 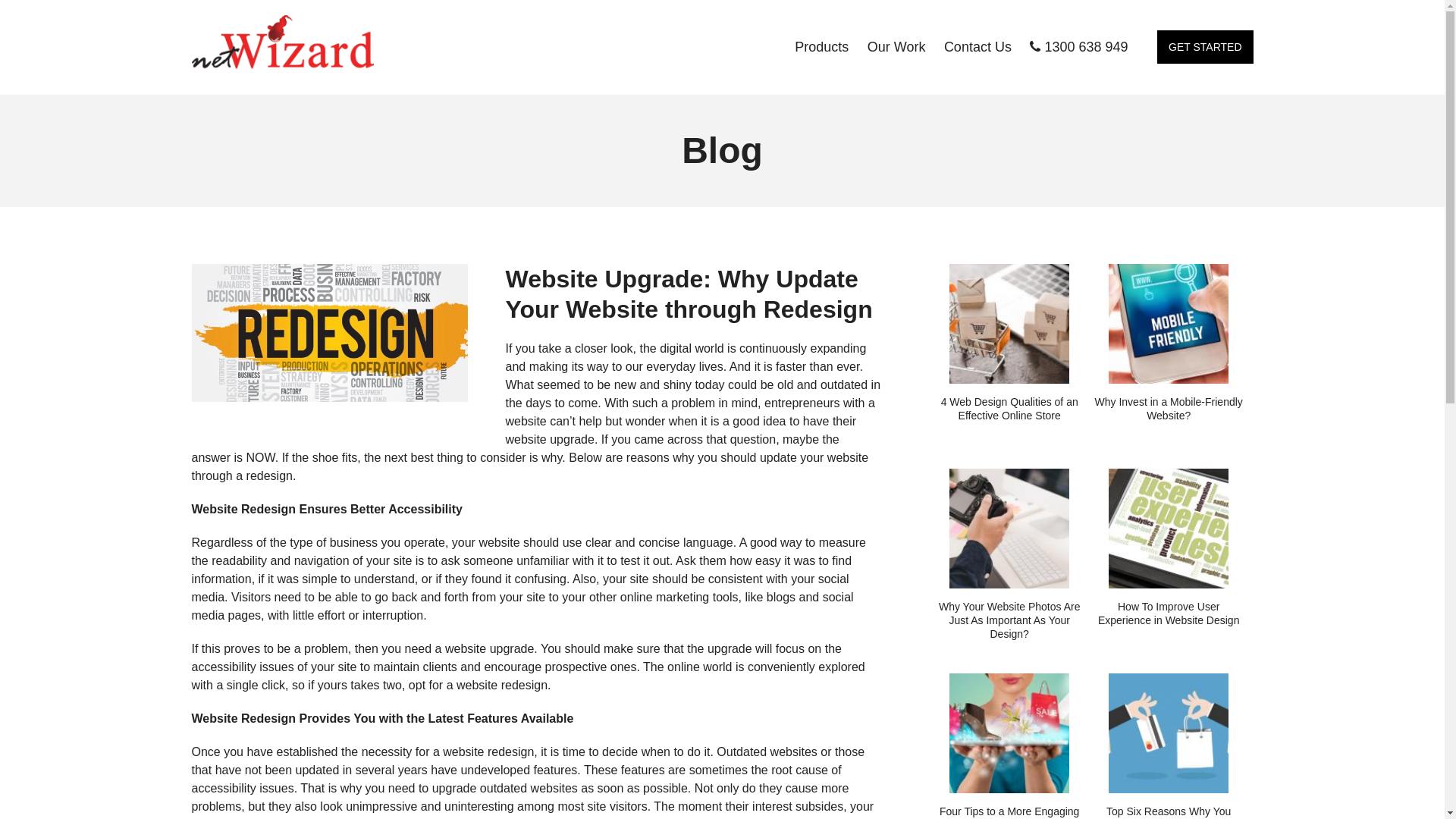 What do you see at coordinates (977, 45) in the screenshot?
I see `'Contact Us'` at bounding box center [977, 45].